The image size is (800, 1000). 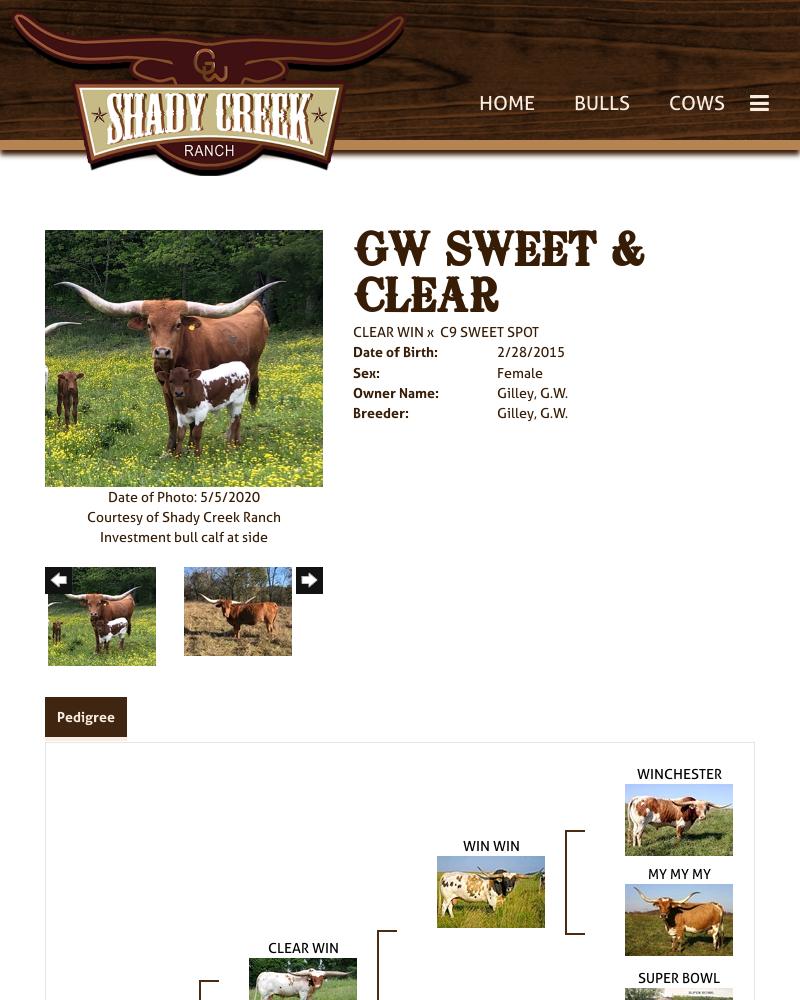 I want to click on 'Investment bull calf at side', so click(x=183, y=535).